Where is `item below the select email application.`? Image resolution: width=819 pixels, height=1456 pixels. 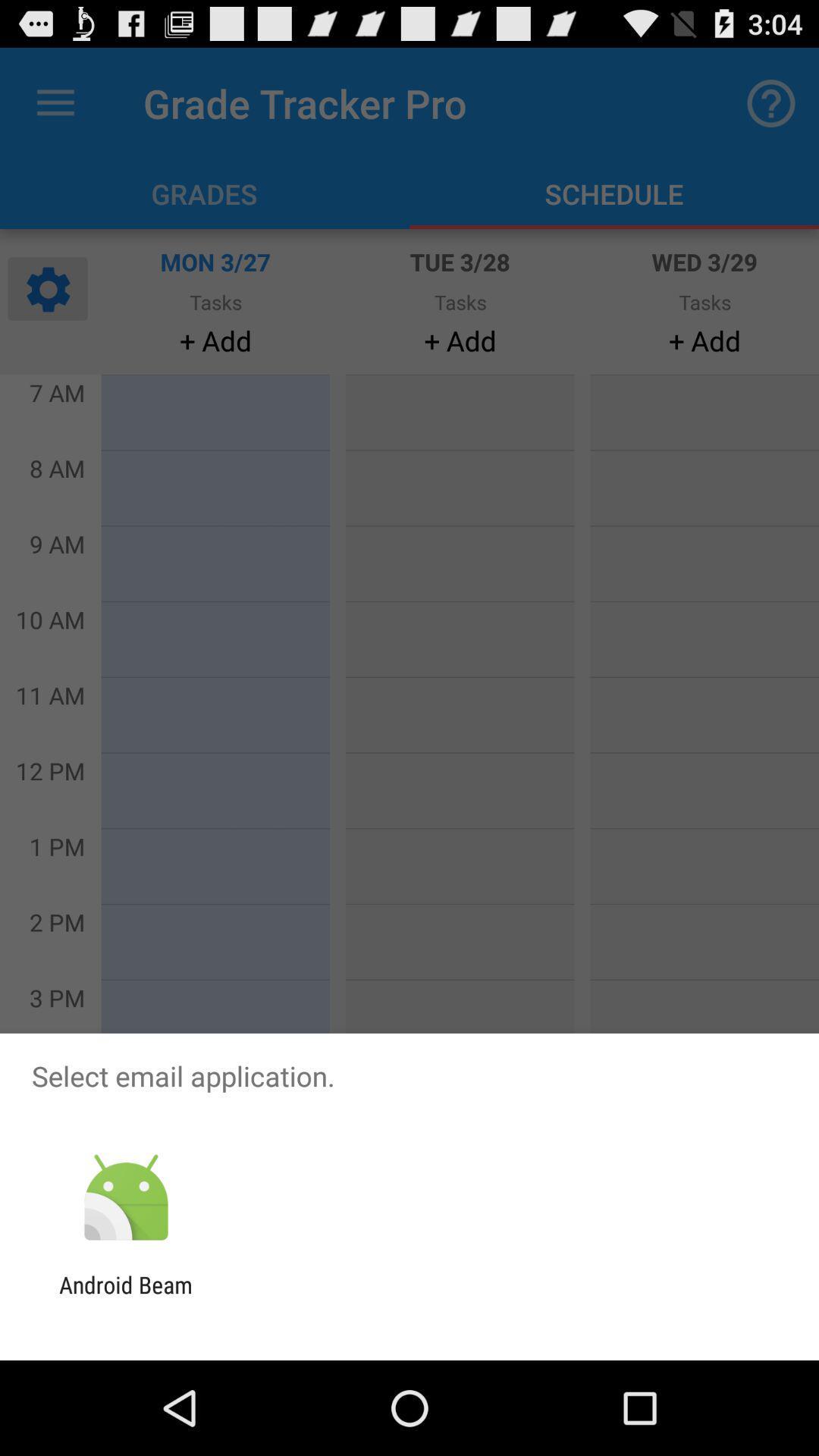
item below the select email application. is located at coordinates (125, 1197).